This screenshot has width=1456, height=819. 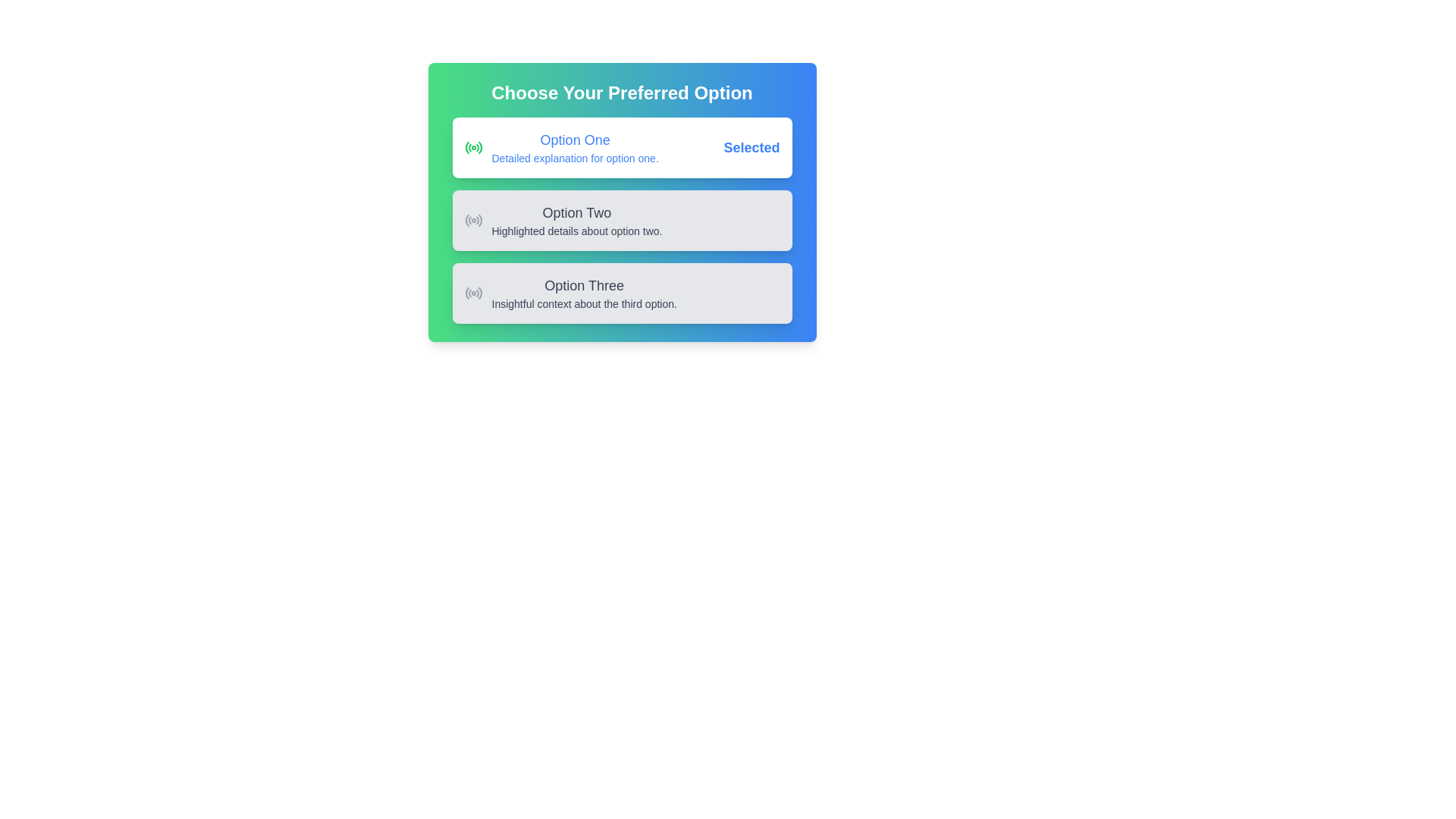 What do you see at coordinates (472, 148) in the screenshot?
I see `the selection indicator icon located to the left of the 'Option One' text in the first option card, which visually indicates the currently selected option` at bounding box center [472, 148].